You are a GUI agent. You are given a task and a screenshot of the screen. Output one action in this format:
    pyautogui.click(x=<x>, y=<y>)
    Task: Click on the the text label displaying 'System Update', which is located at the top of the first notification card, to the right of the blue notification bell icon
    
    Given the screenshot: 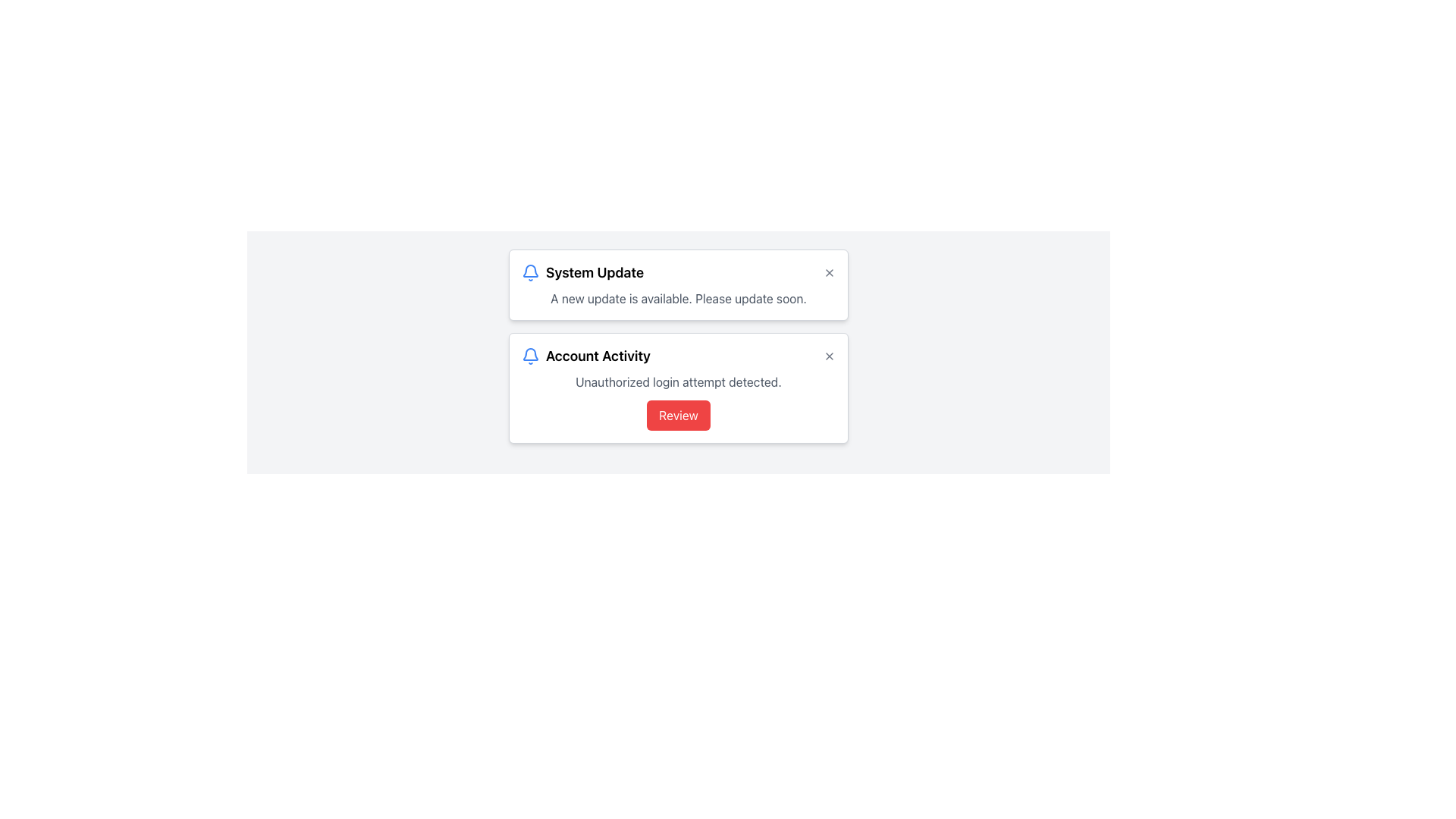 What is the action you would take?
    pyautogui.click(x=594, y=271)
    